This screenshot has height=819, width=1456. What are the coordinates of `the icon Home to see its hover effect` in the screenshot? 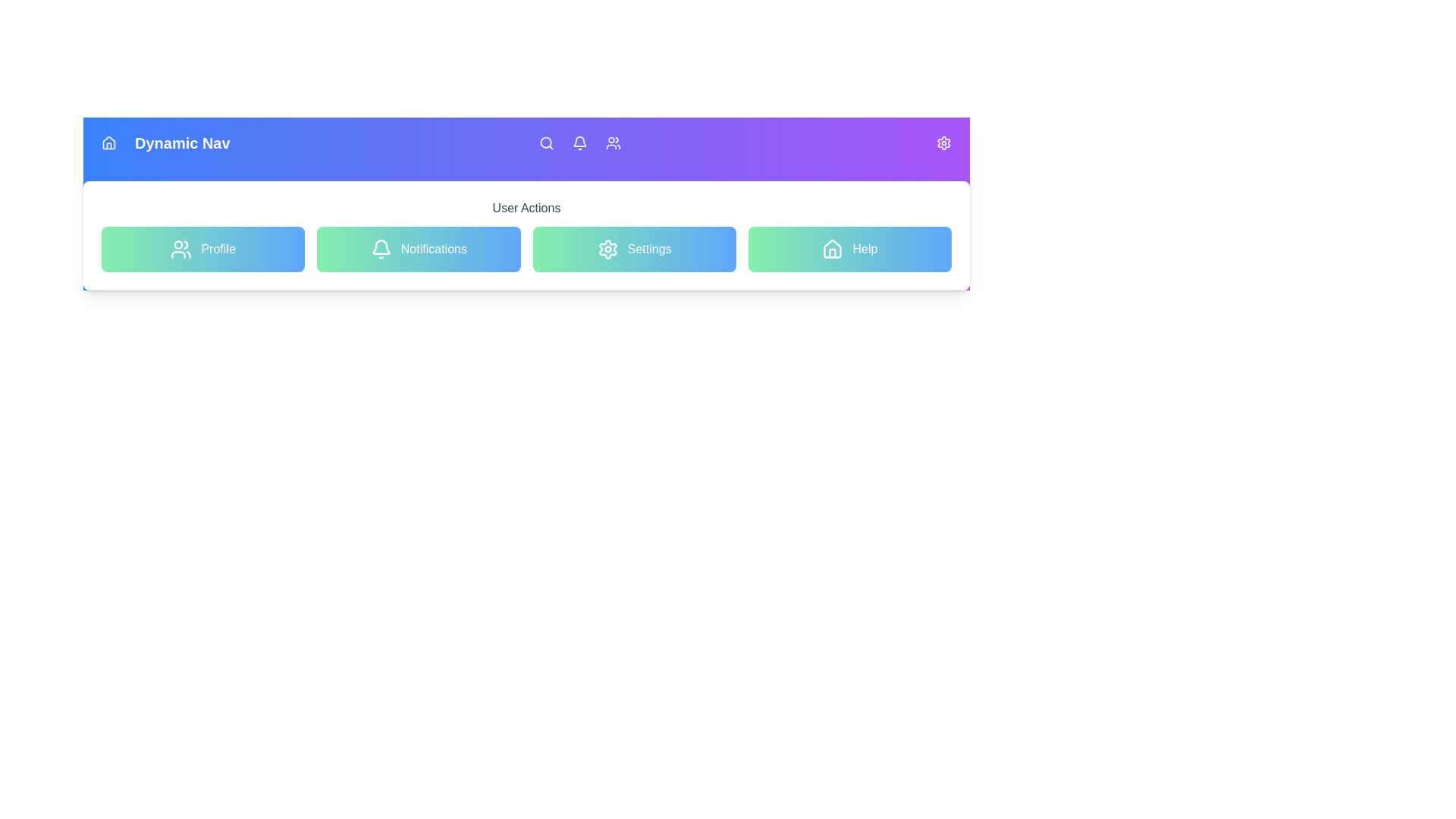 It's located at (108, 143).